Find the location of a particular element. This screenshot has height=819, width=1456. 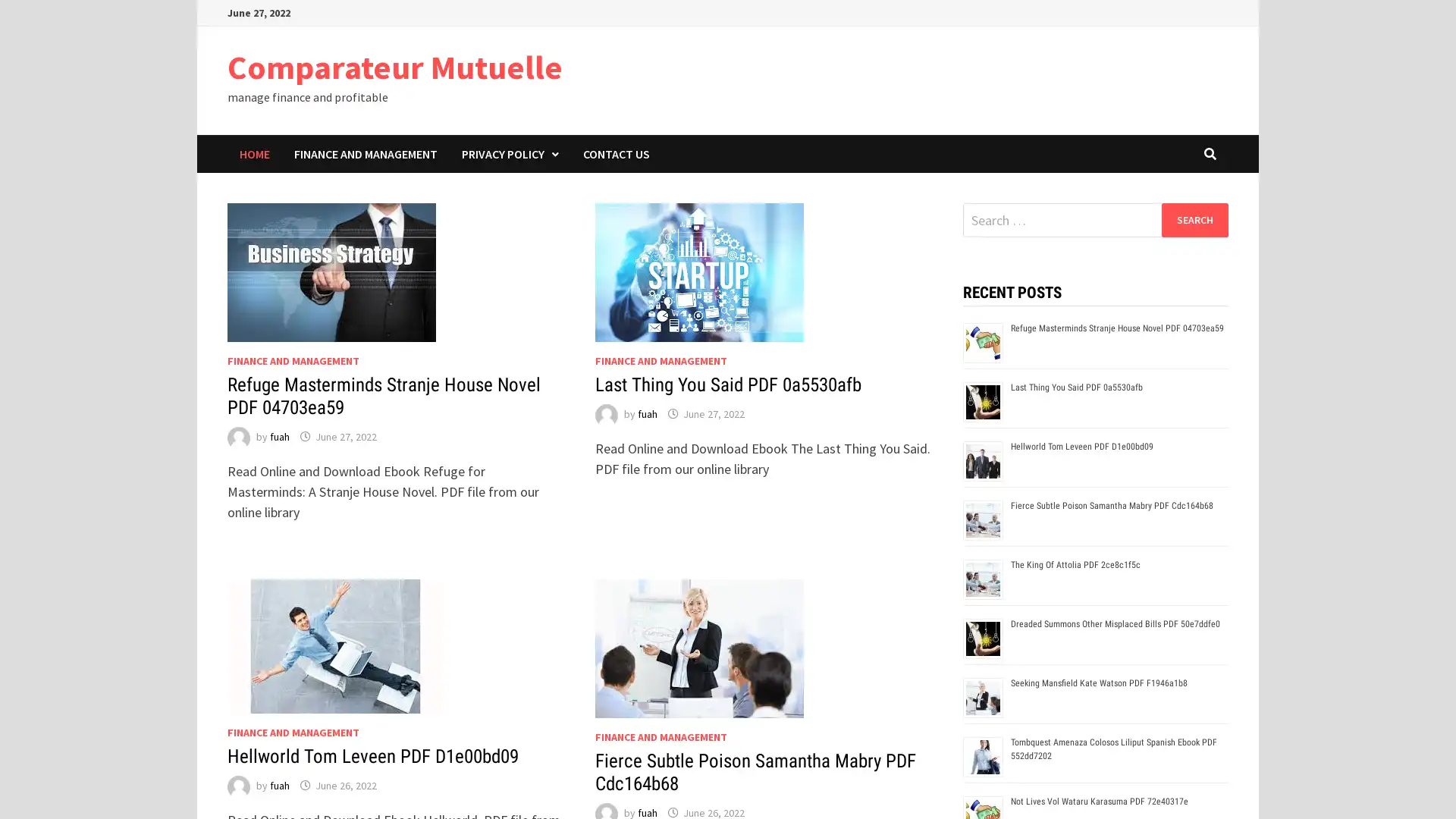

Search is located at coordinates (1194, 219).